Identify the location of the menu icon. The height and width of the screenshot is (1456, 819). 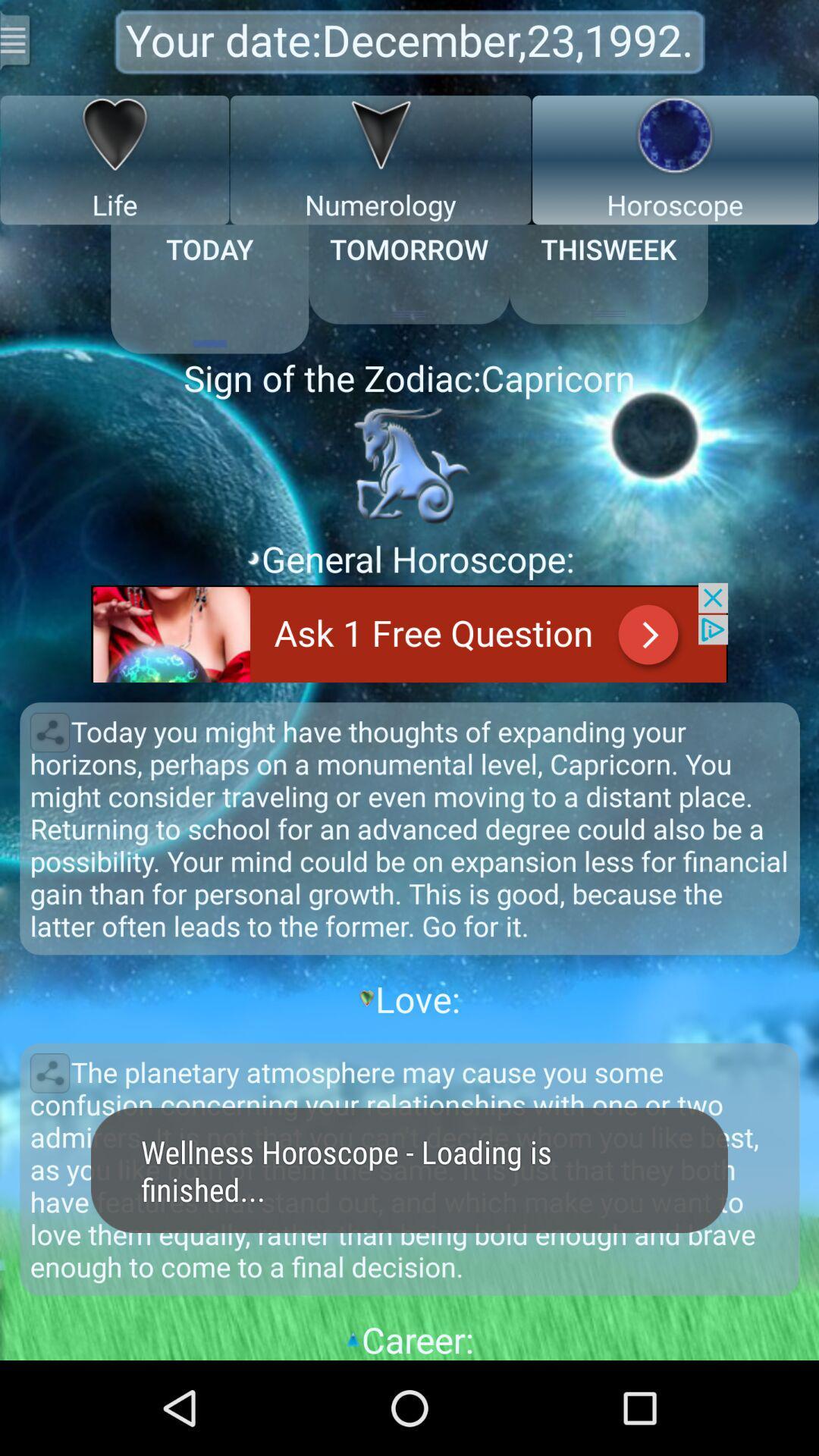
(17, 42).